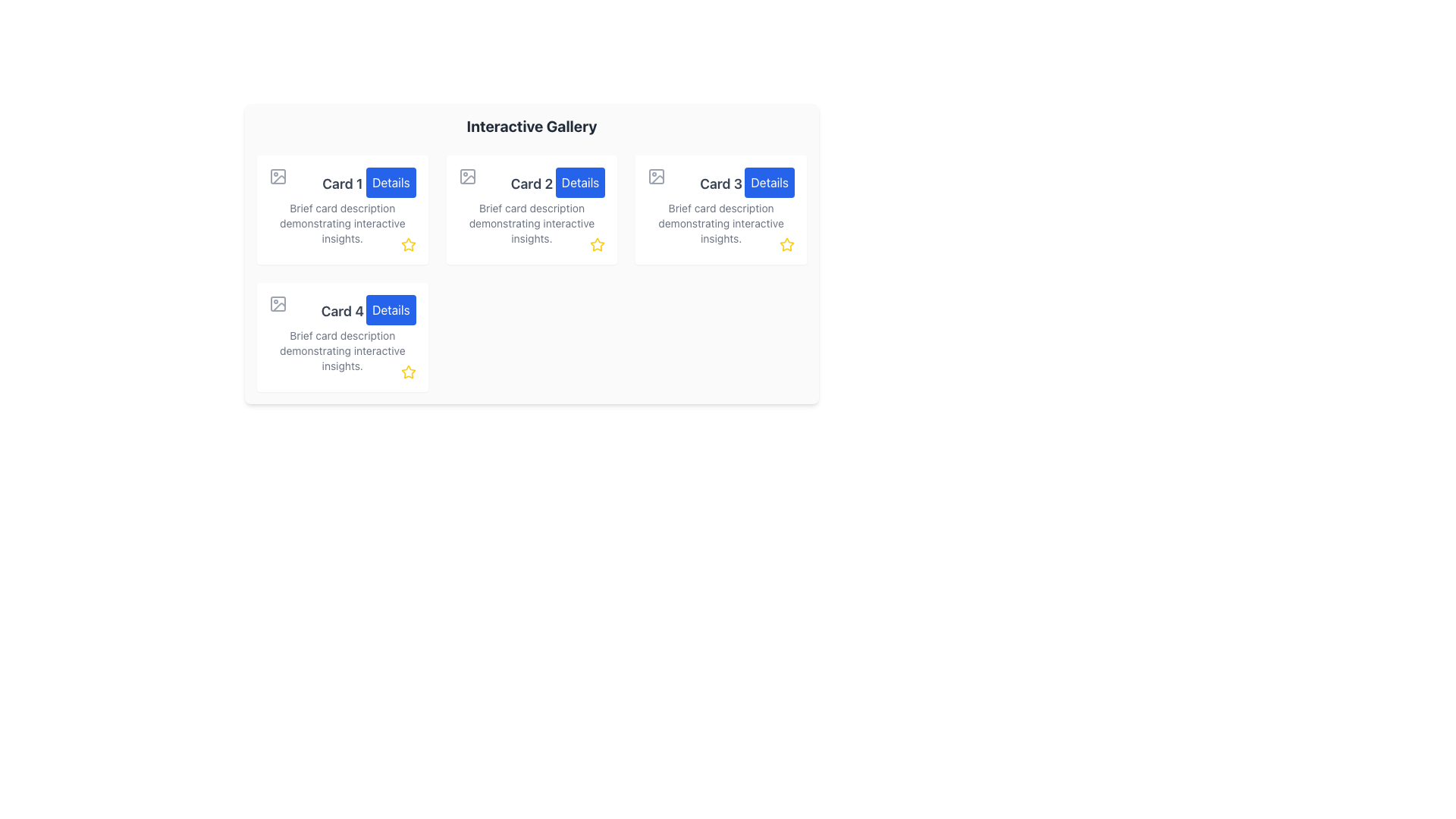  Describe the element at coordinates (466, 175) in the screenshot. I see `the SVG rectangle element located at the top-left corner of 'Card 2', which is styled with rounded corners and measures 18x18 pixels` at that location.